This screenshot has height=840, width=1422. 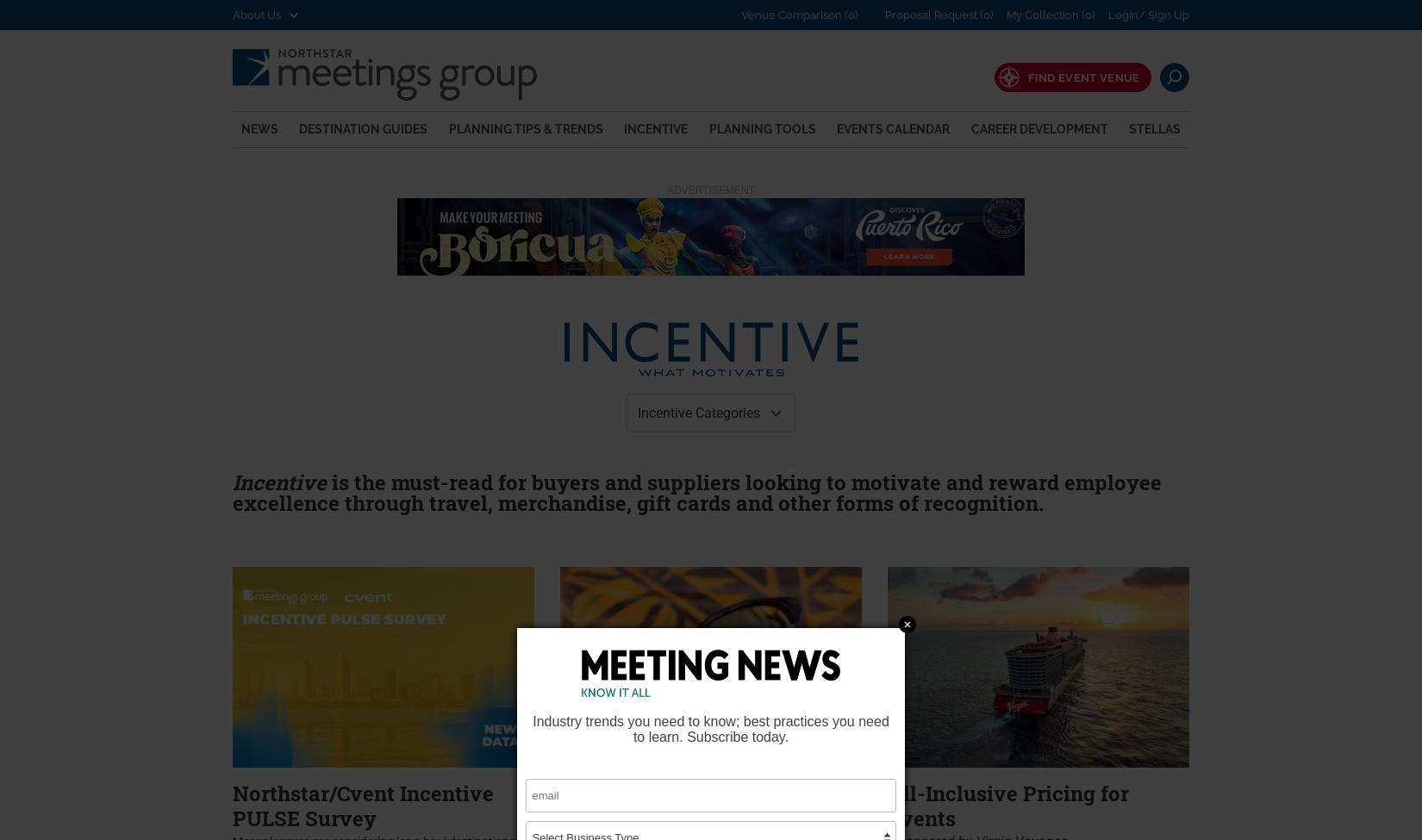 I want to click on 'About Us', so click(x=258, y=14).